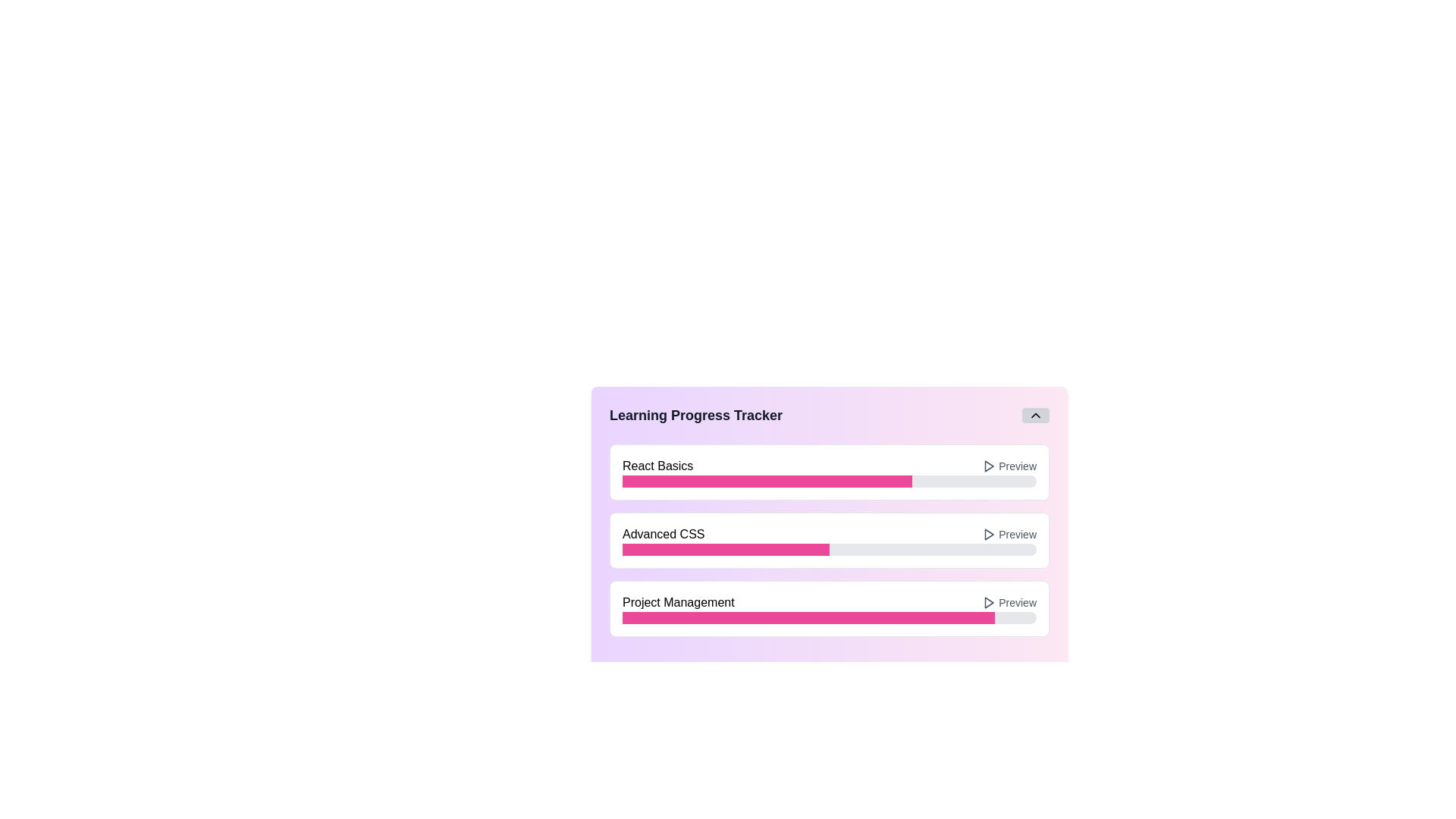 This screenshot has height=819, width=1456. I want to click on the vibrant pink progress indicator, which is the filled portion of the progress bar located in the 'Advanced CSS' section of the Learning Progress Tracker interface, so click(725, 550).